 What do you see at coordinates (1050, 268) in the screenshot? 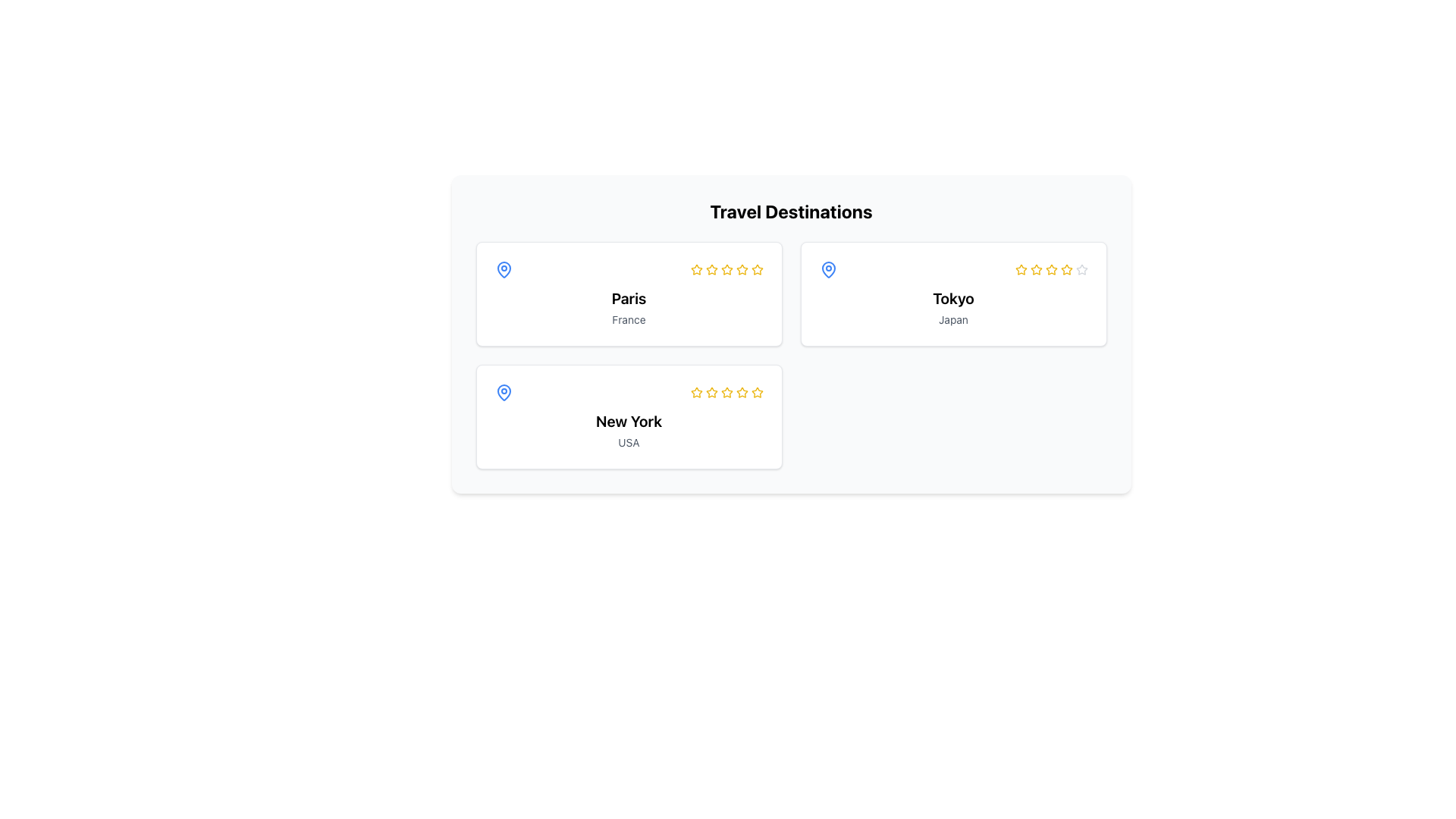
I see `the third star icon in the rating system of the 'Tokyo' travel destination card located in the top-right corner of the layout` at bounding box center [1050, 268].